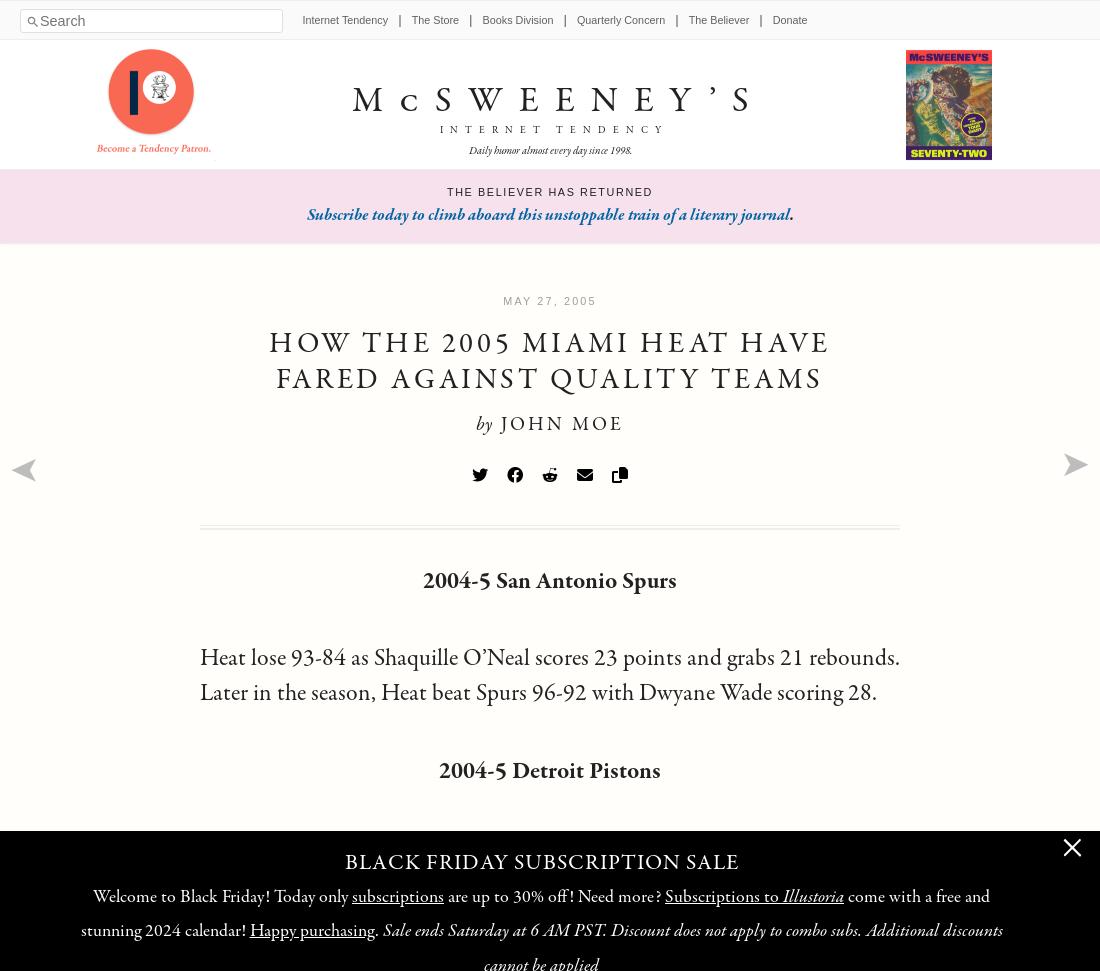 The image size is (1100, 971). What do you see at coordinates (723, 896) in the screenshot?
I see `'Subscriptions to'` at bounding box center [723, 896].